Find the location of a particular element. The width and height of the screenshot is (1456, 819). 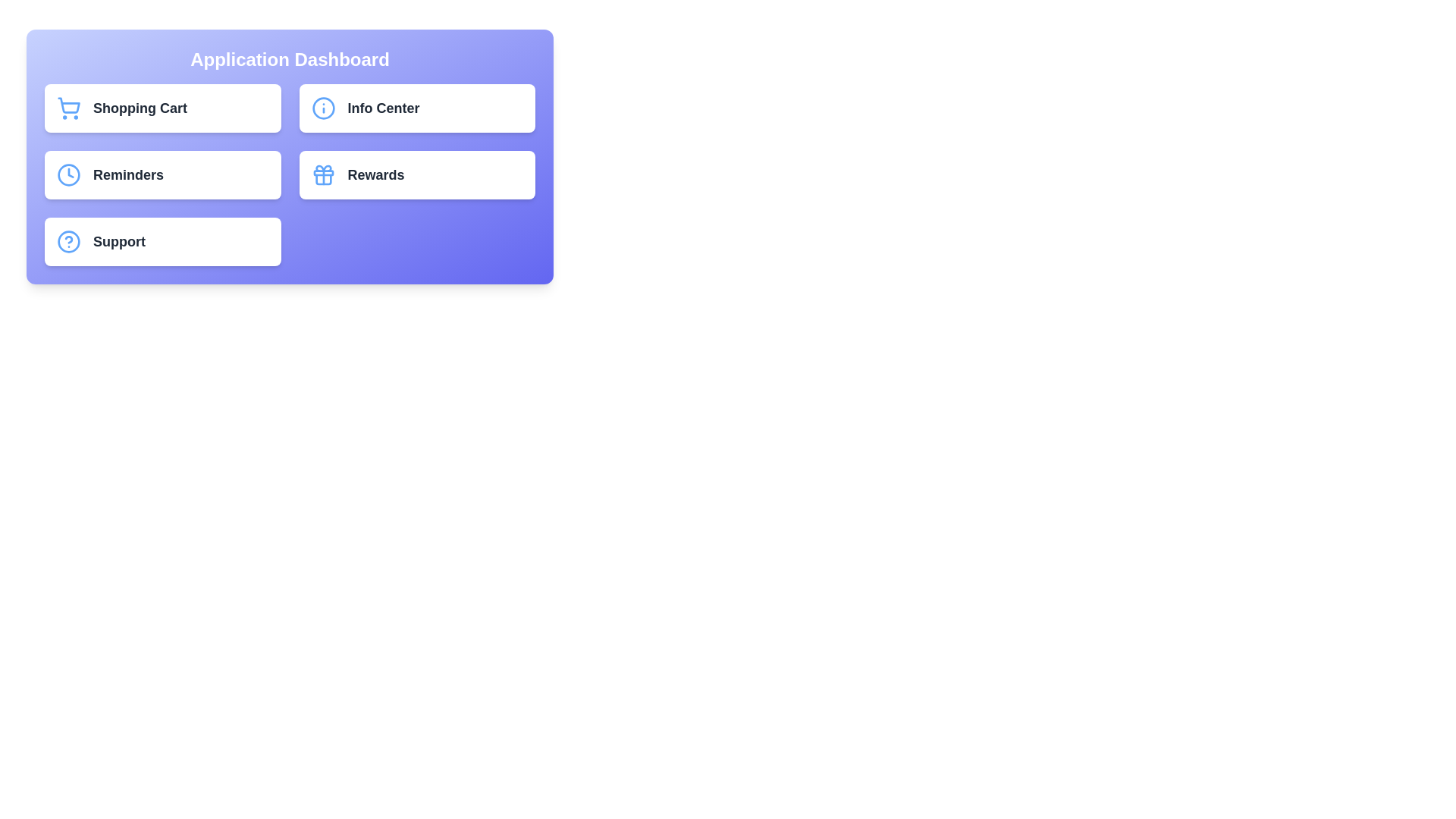

the support button located at the bottom of the Application Dashboard section is located at coordinates (162, 241).